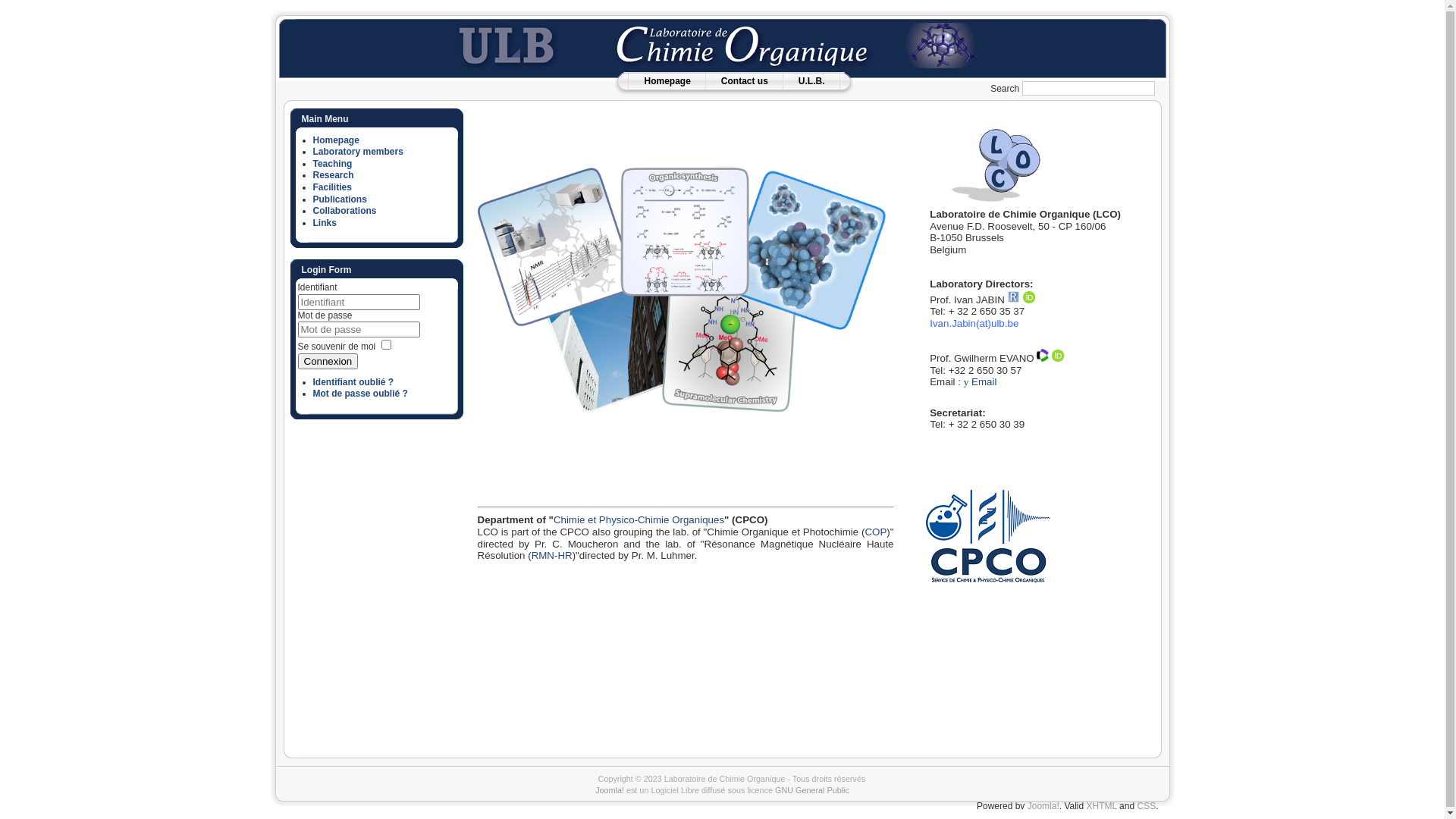 This screenshot has width=1456, height=819. What do you see at coordinates (1043, 805) in the screenshot?
I see `'Joomla!'` at bounding box center [1043, 805].